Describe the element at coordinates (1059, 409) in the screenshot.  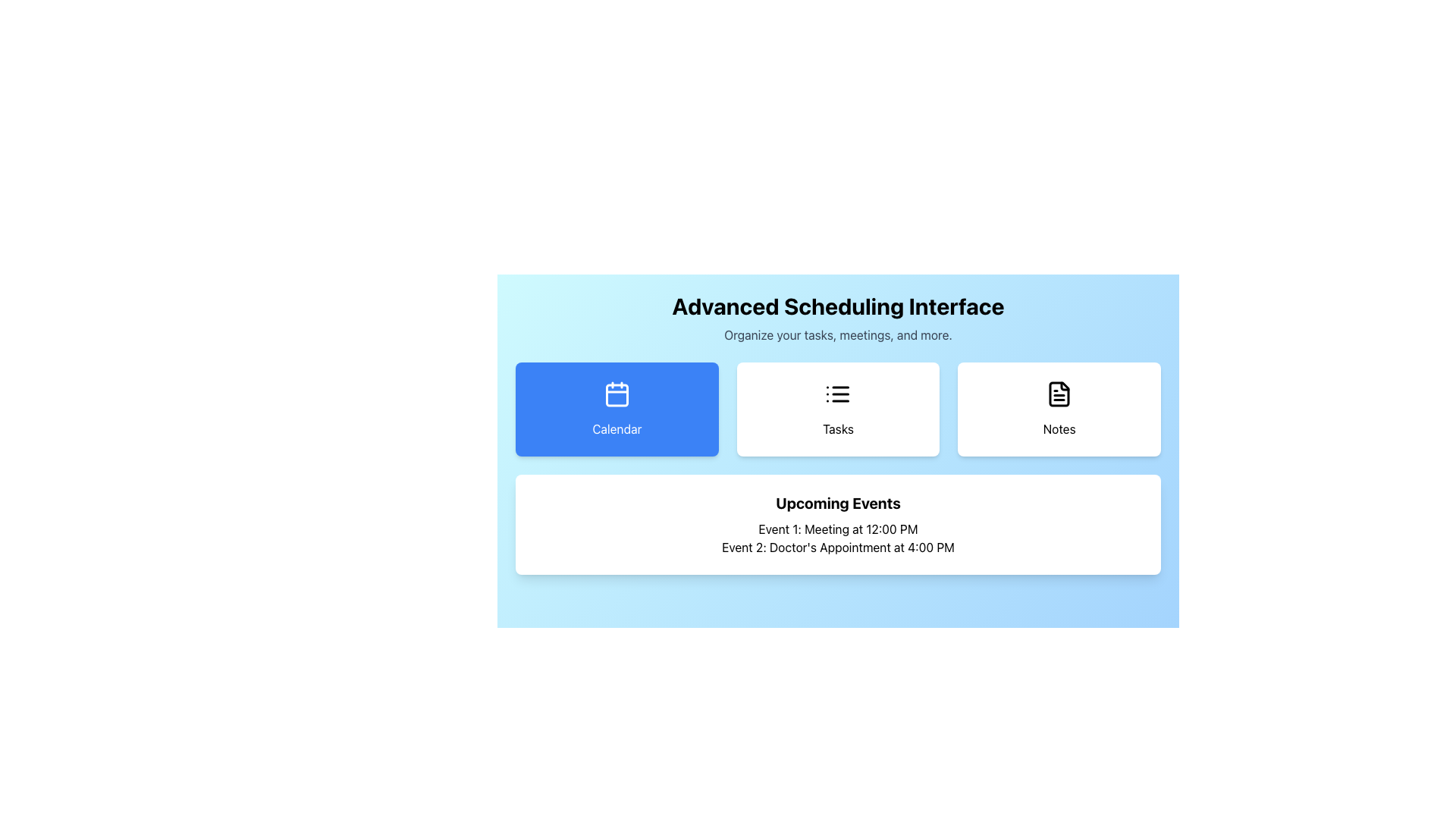
I see `the Notes button, which is the third button in a row under the 'Calendar Tasks Notes' section` at that location.